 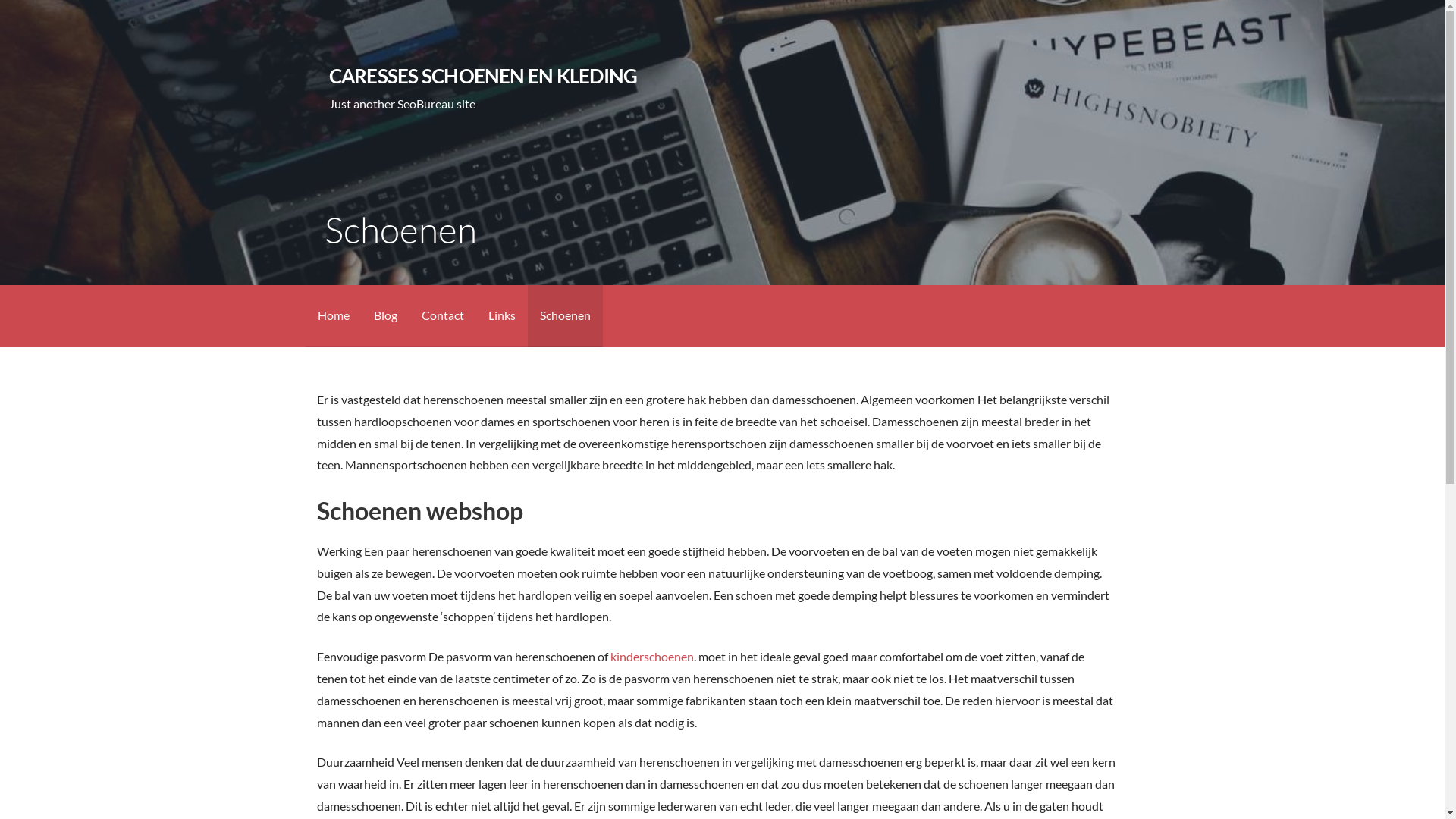 I want to click on 'Links', so click(x=502, y=315).